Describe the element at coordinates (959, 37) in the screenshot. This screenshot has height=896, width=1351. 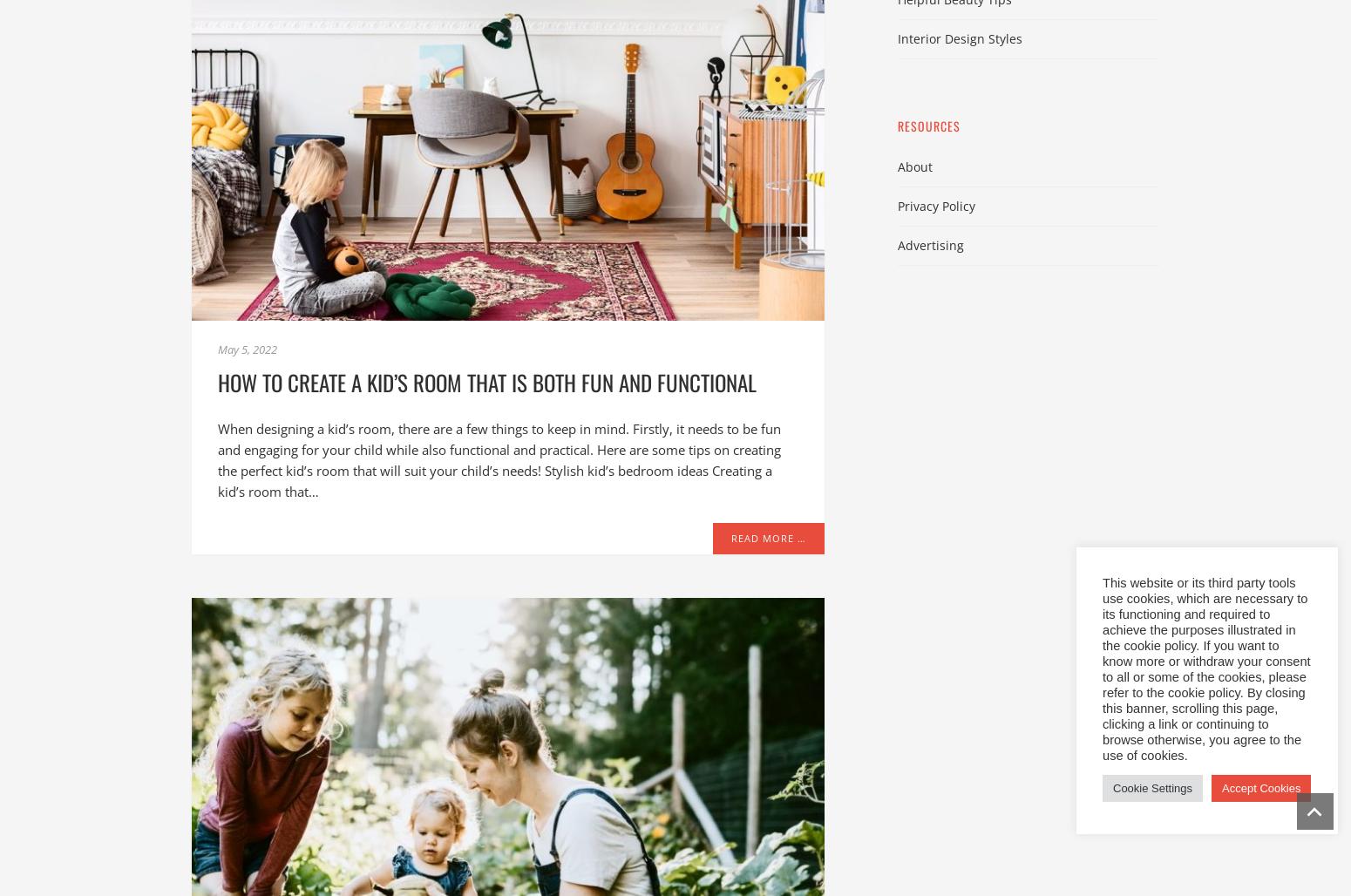
I see `'Interior Design Styles'` at that location.